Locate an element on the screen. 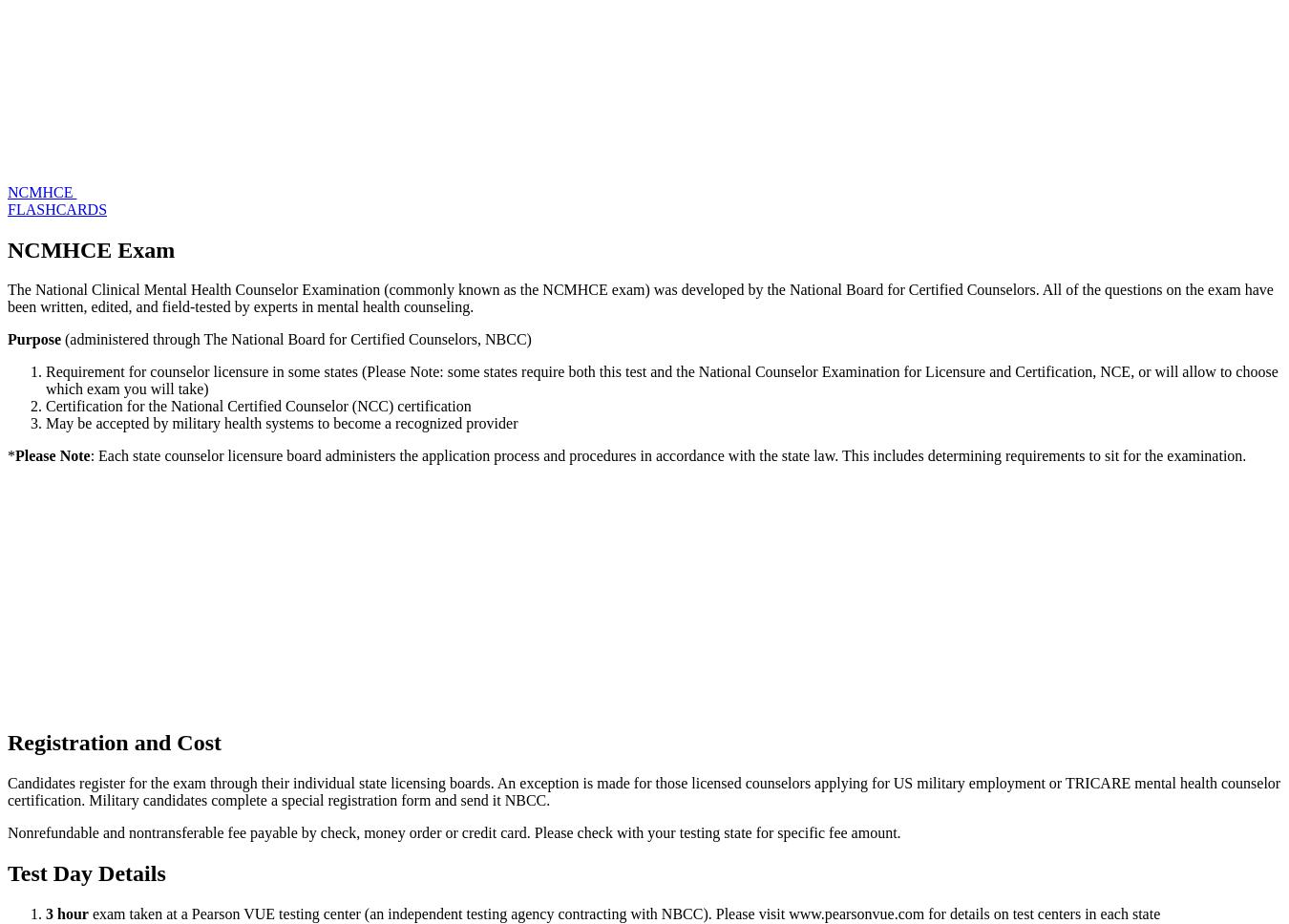 This screenshot has height=924, width=1289. 'Please Note' is located at coordinates (51, 454).